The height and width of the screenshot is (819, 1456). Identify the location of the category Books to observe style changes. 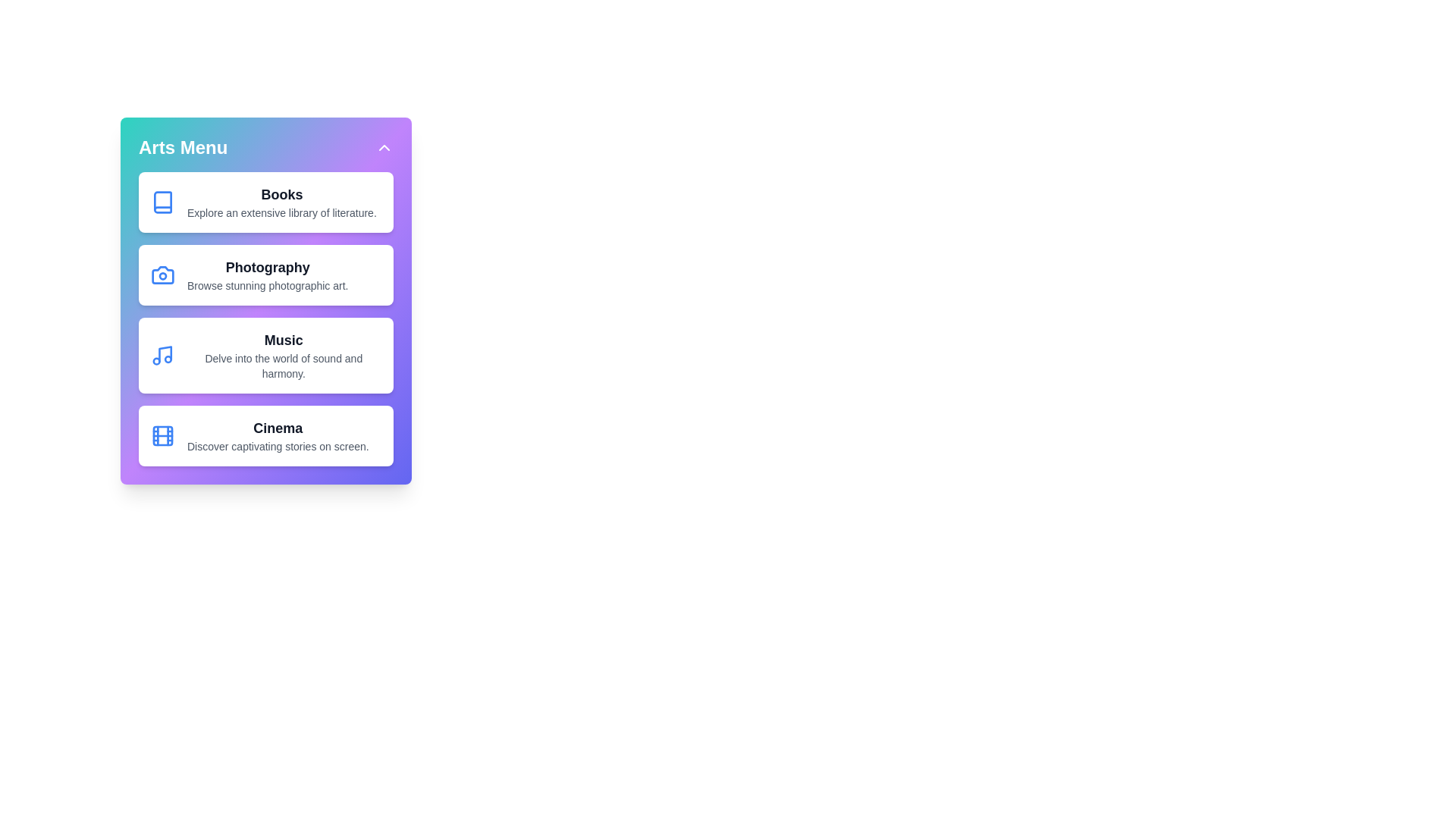
(265, 201).